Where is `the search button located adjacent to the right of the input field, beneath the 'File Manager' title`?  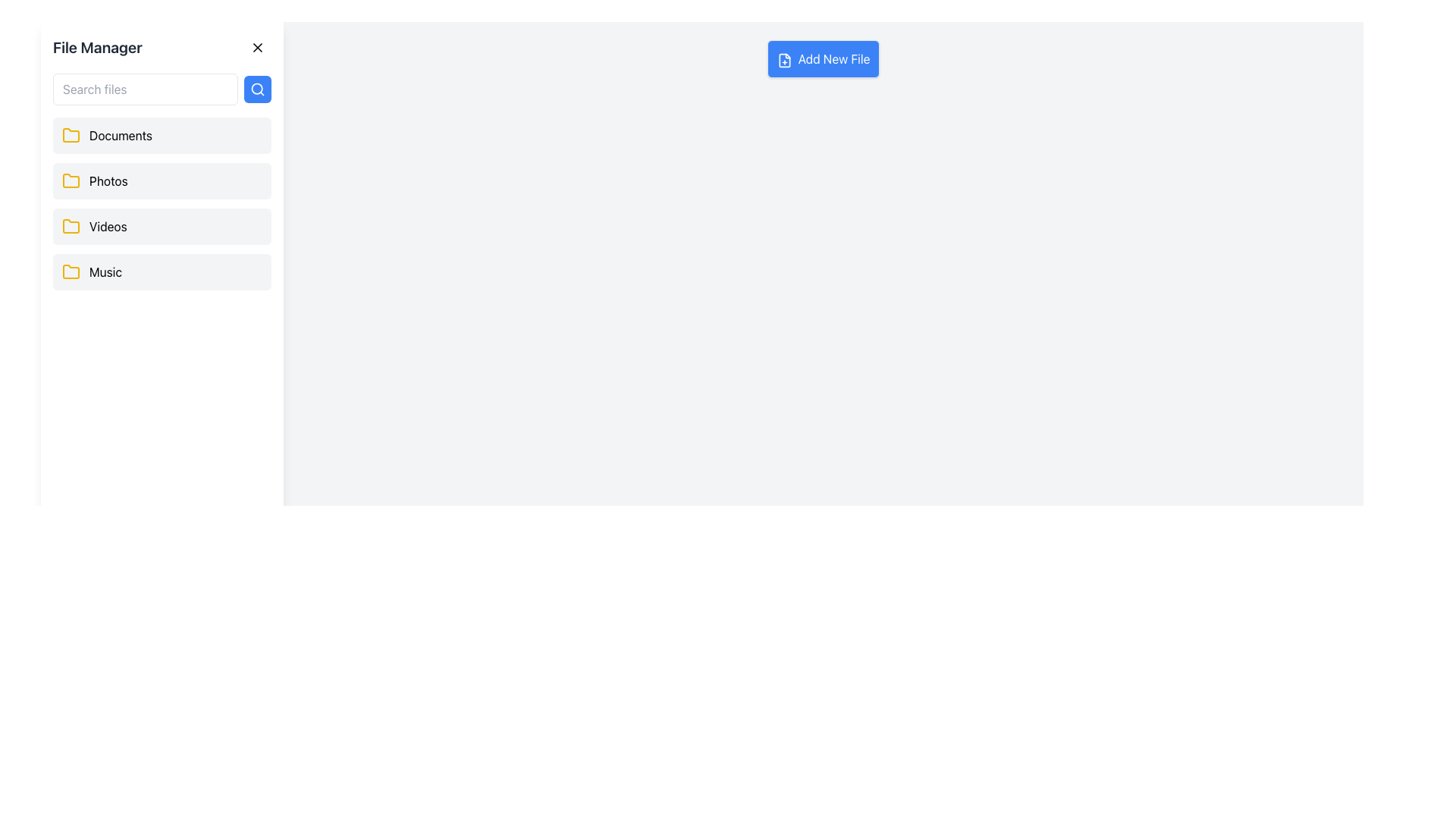
the search button located adjacent to the right of the input field, beneath the 'File Manager' title is located at coordinates (258, 89).